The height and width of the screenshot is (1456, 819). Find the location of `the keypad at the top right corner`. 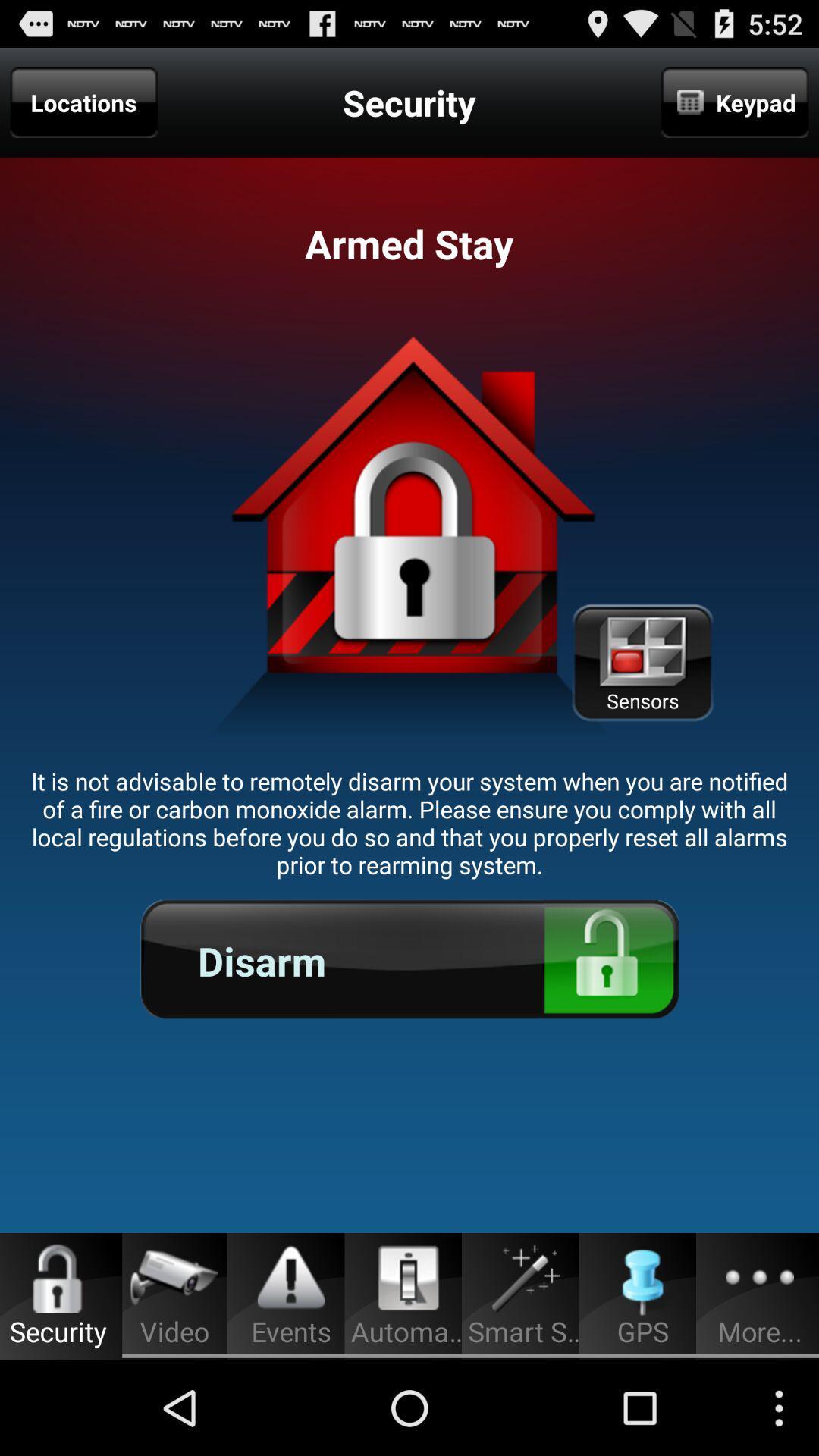

the keypad at the top right corner is located at coordinates (734, 102).